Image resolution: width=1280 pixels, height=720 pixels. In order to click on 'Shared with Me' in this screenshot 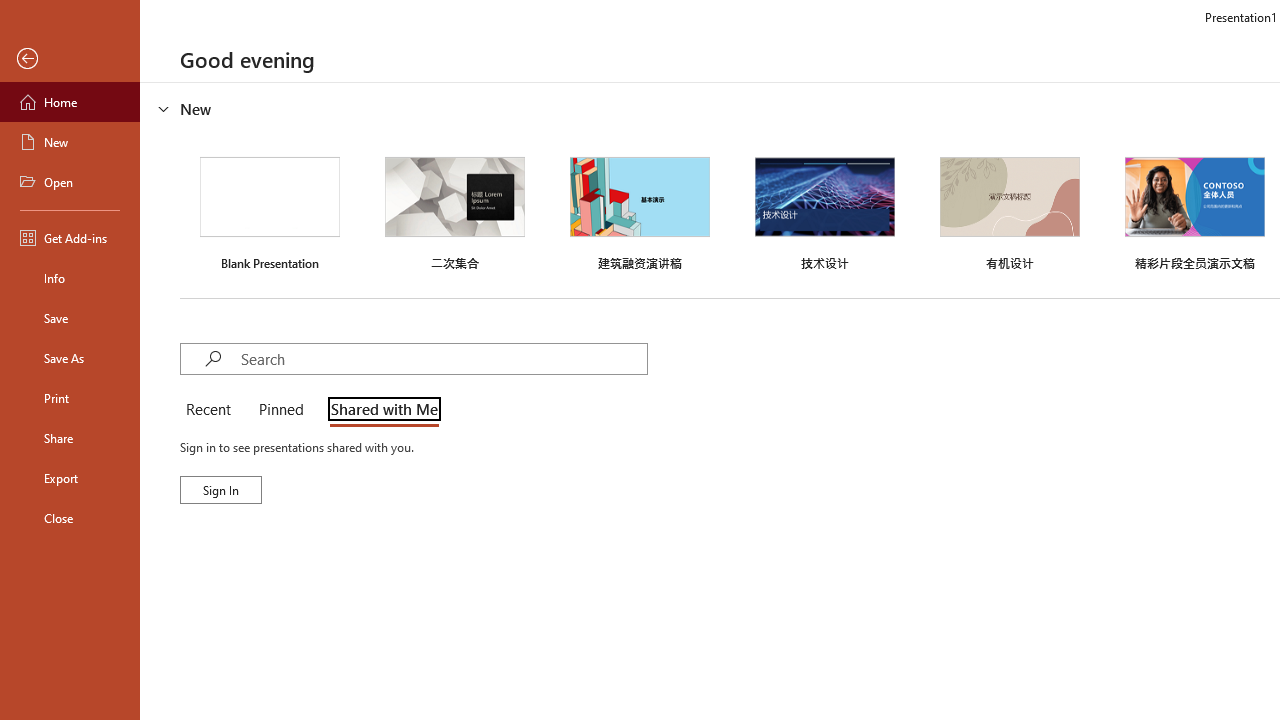, I will do `click(380, 410)`.